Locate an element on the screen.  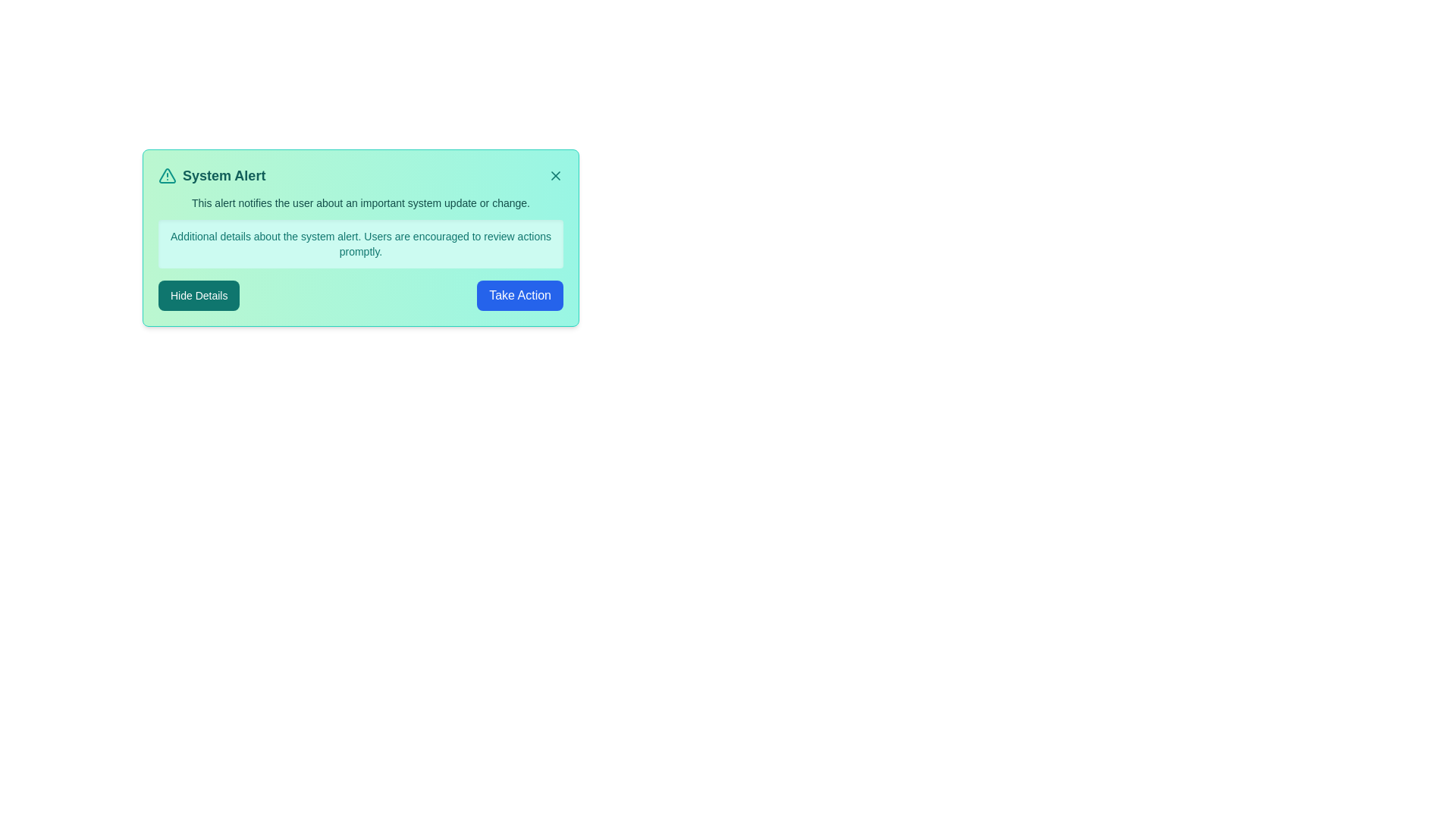
the 'Take Action' button to execute the primary action associated with the alert is located at coordinates (520, 295).